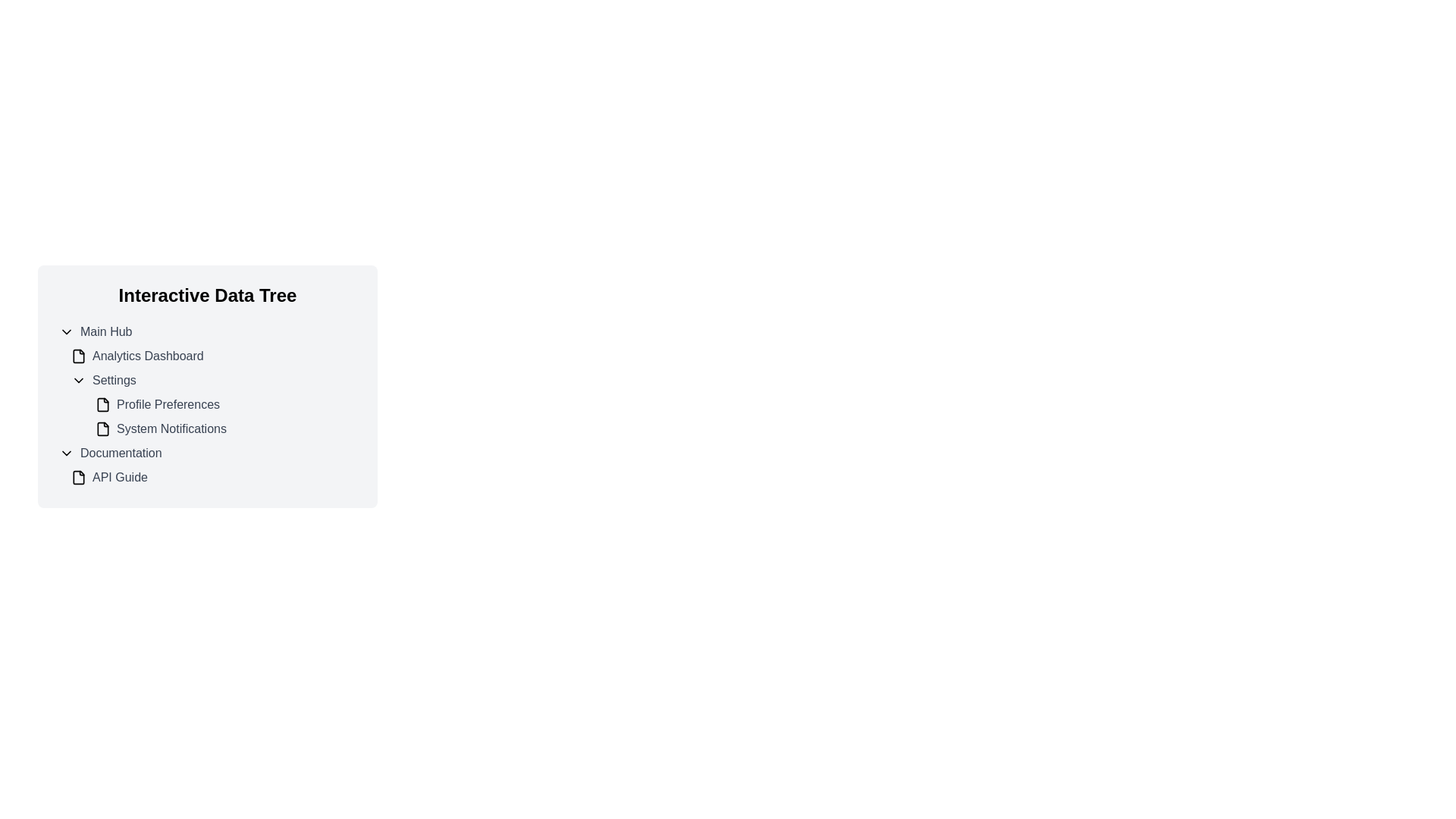 The width and height of the screenshot is (1456, 819). I want to click on the 'API Guide' text label, which is styled with a gray font and positioned to the right of a document icon, located at the bottom of the Documentation section, so click(119, 476).